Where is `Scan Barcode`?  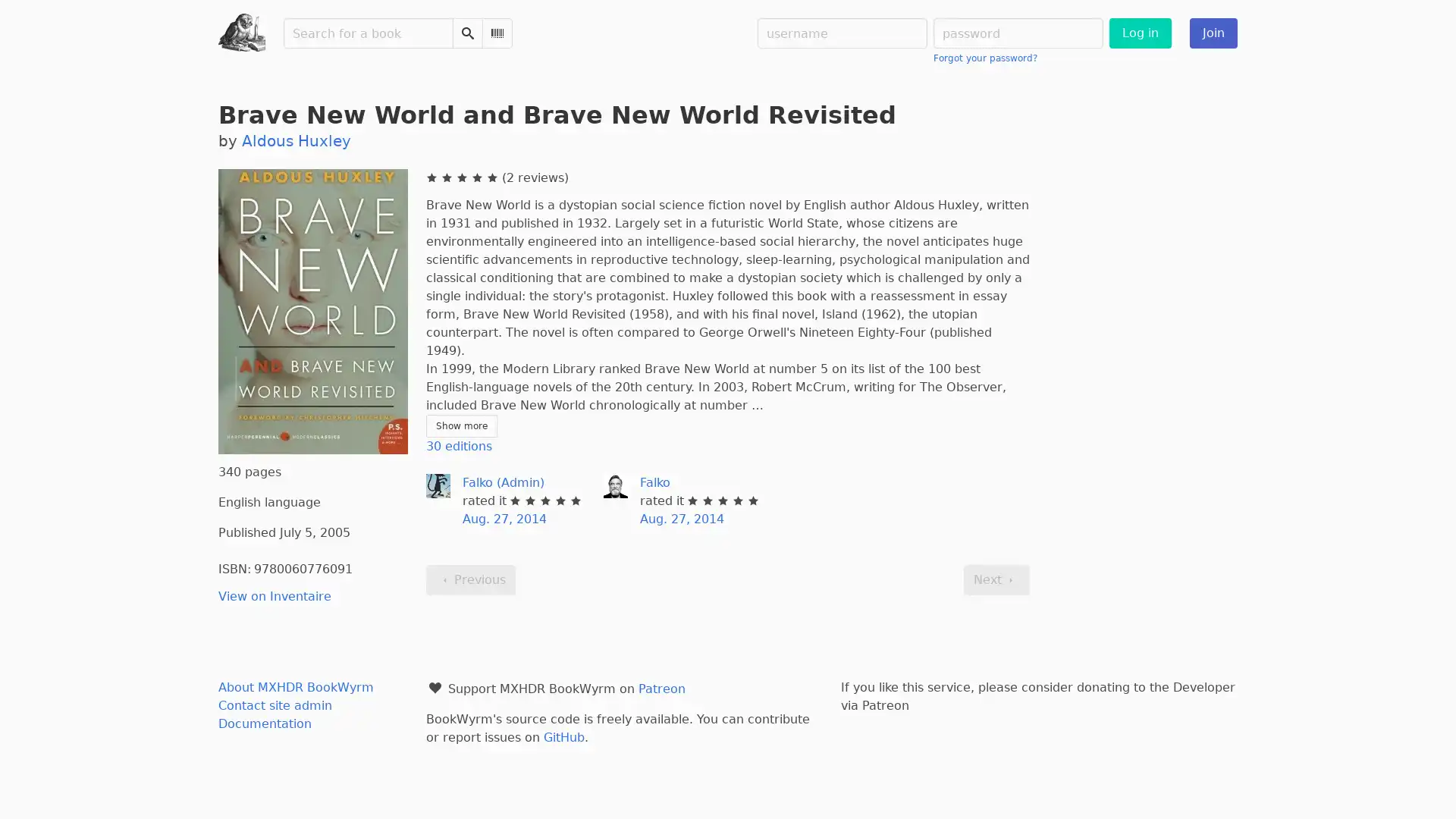 Scan Barcode is located at coordinates (497, 33).